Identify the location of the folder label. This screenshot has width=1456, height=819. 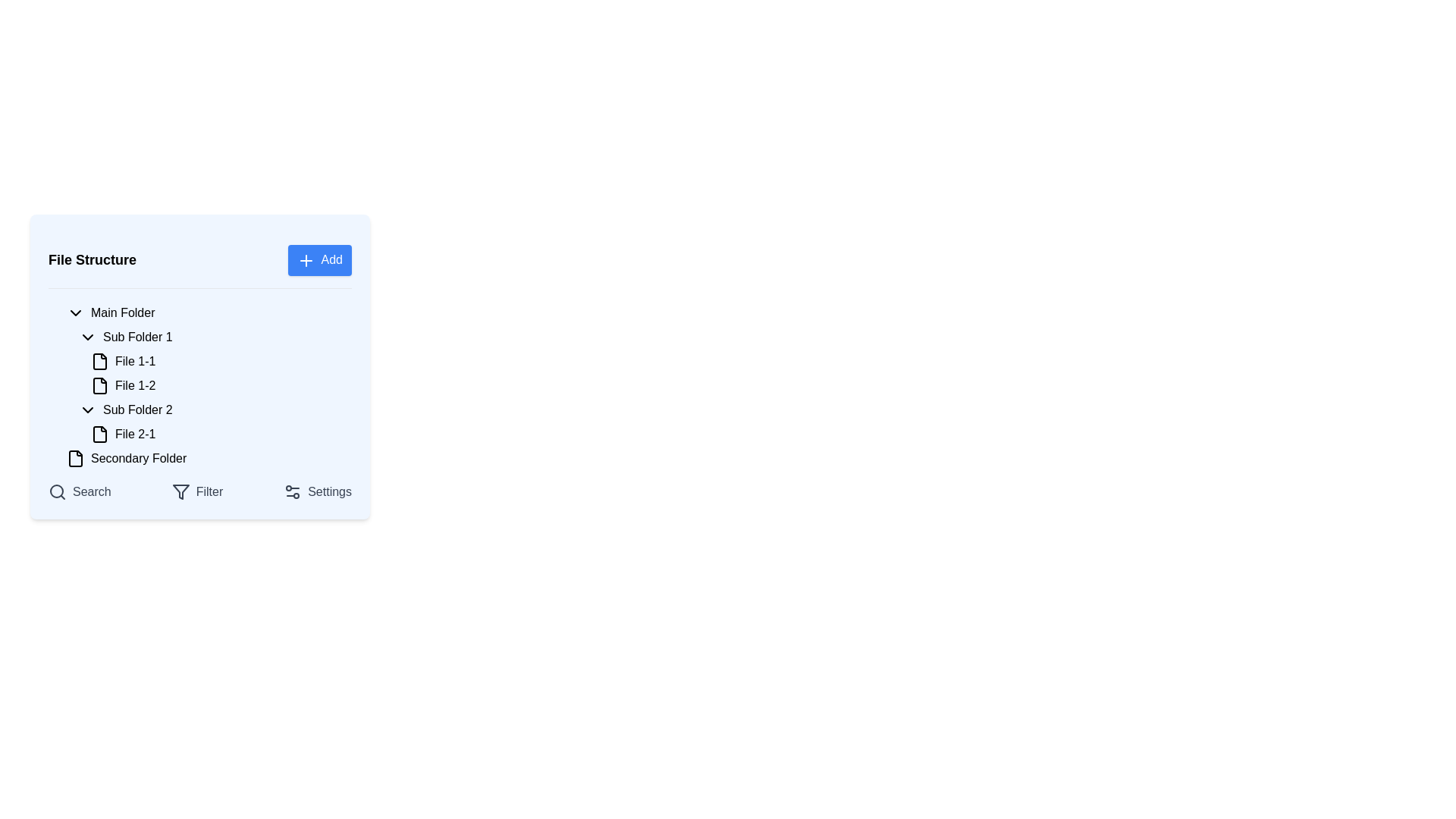
(123, 312).